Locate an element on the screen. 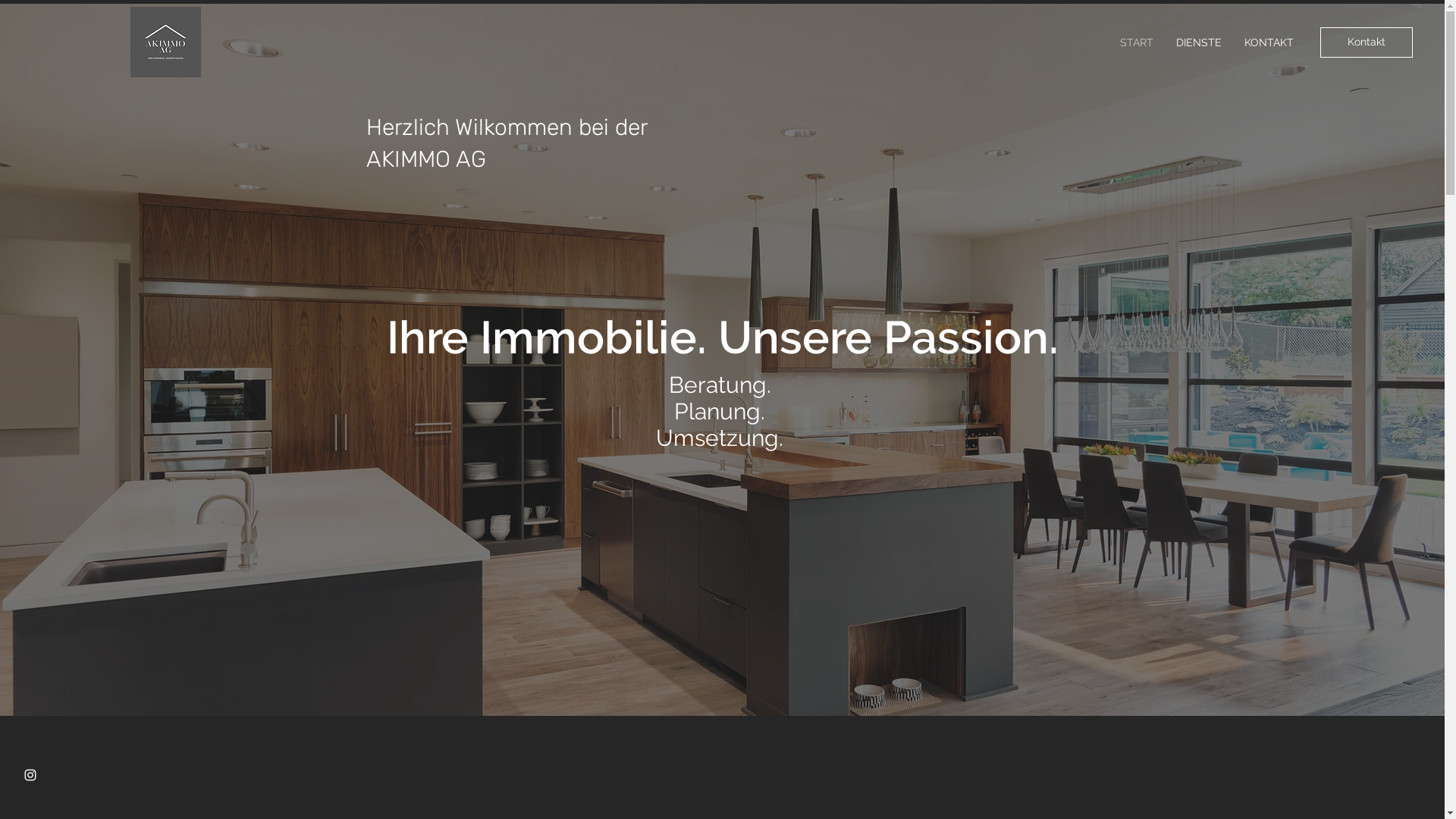 The height and width of the screenshot is (819, 1456). 'DIENSTE' is located at coordinates (1197, 42).